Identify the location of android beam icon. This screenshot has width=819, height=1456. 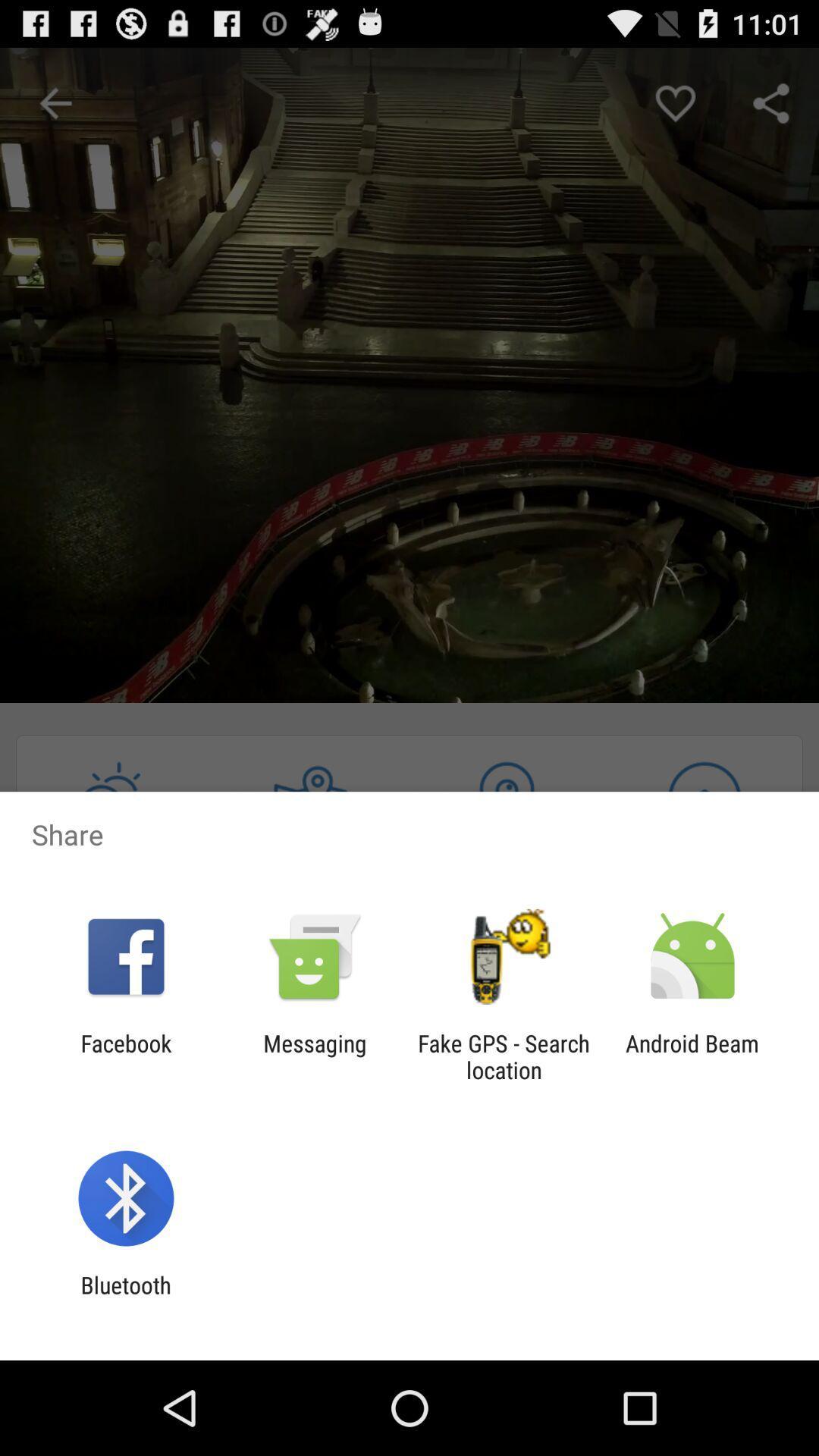
(692, 1056).